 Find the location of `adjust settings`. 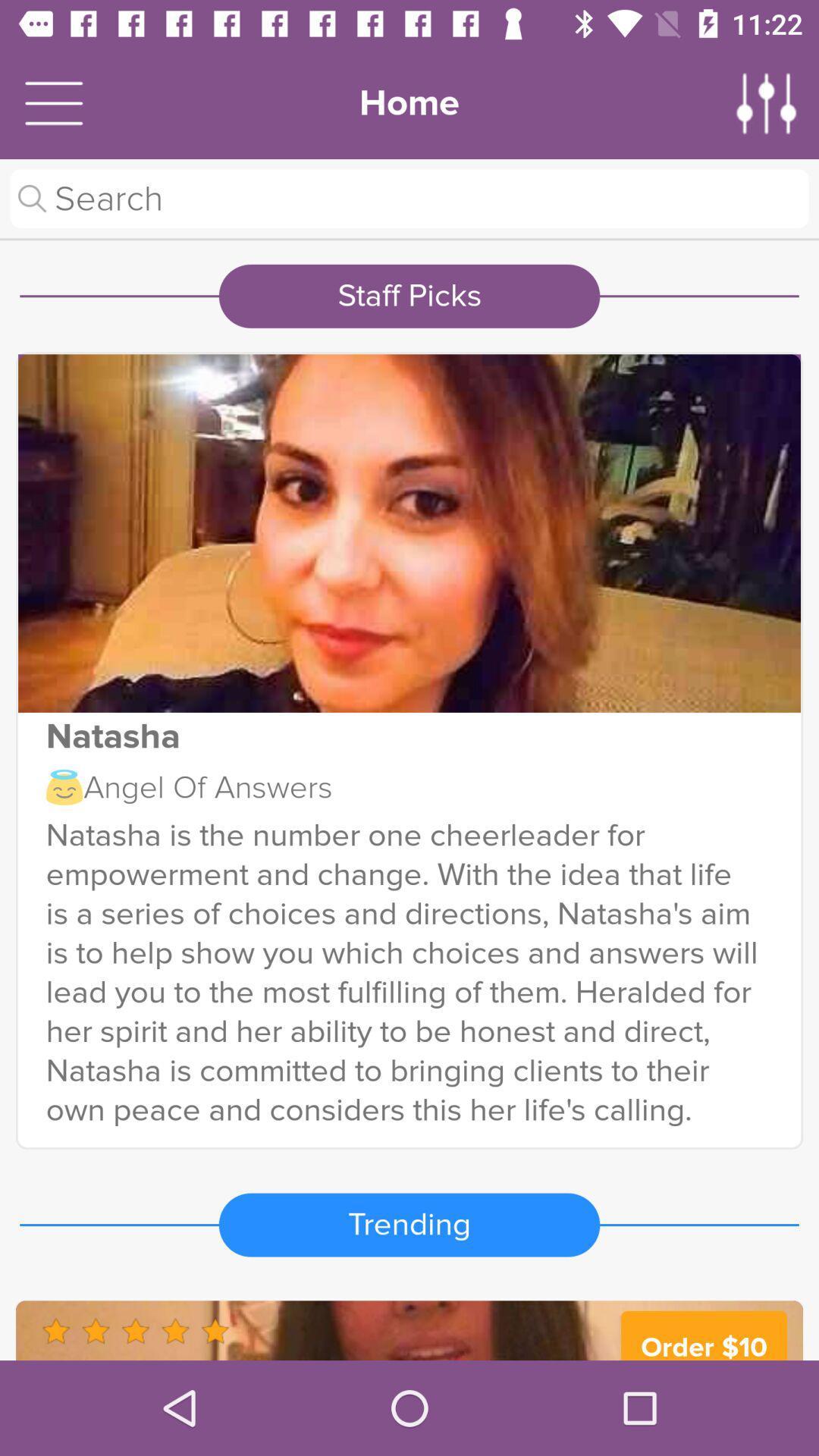

adjust settings is located at coordinates (767, 102).